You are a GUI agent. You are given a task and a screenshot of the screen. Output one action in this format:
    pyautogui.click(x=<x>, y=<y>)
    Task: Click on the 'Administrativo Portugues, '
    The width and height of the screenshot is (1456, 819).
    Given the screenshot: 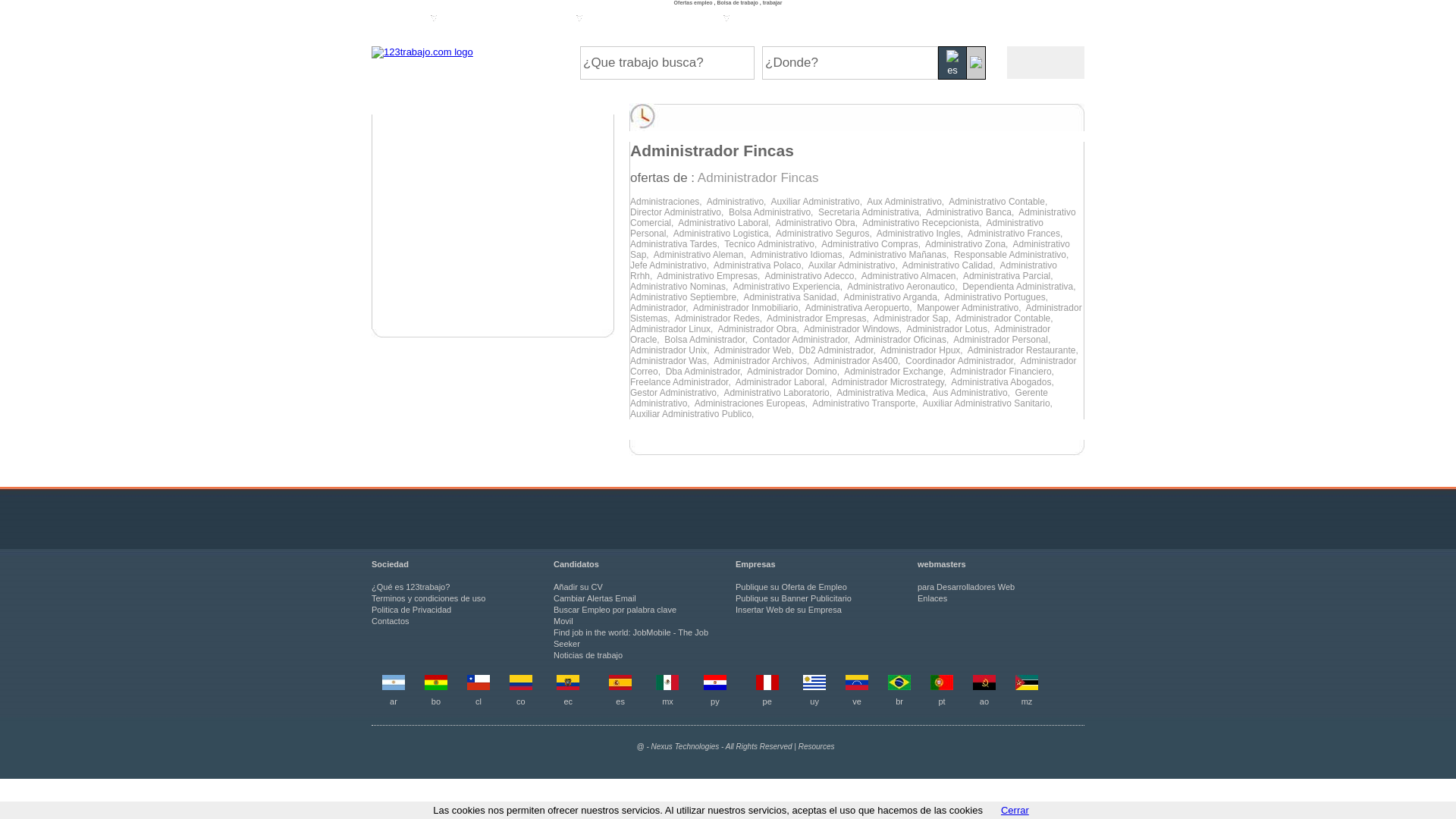 What is the action you would take?
    pyautogui.click(x=943, y=297)
    